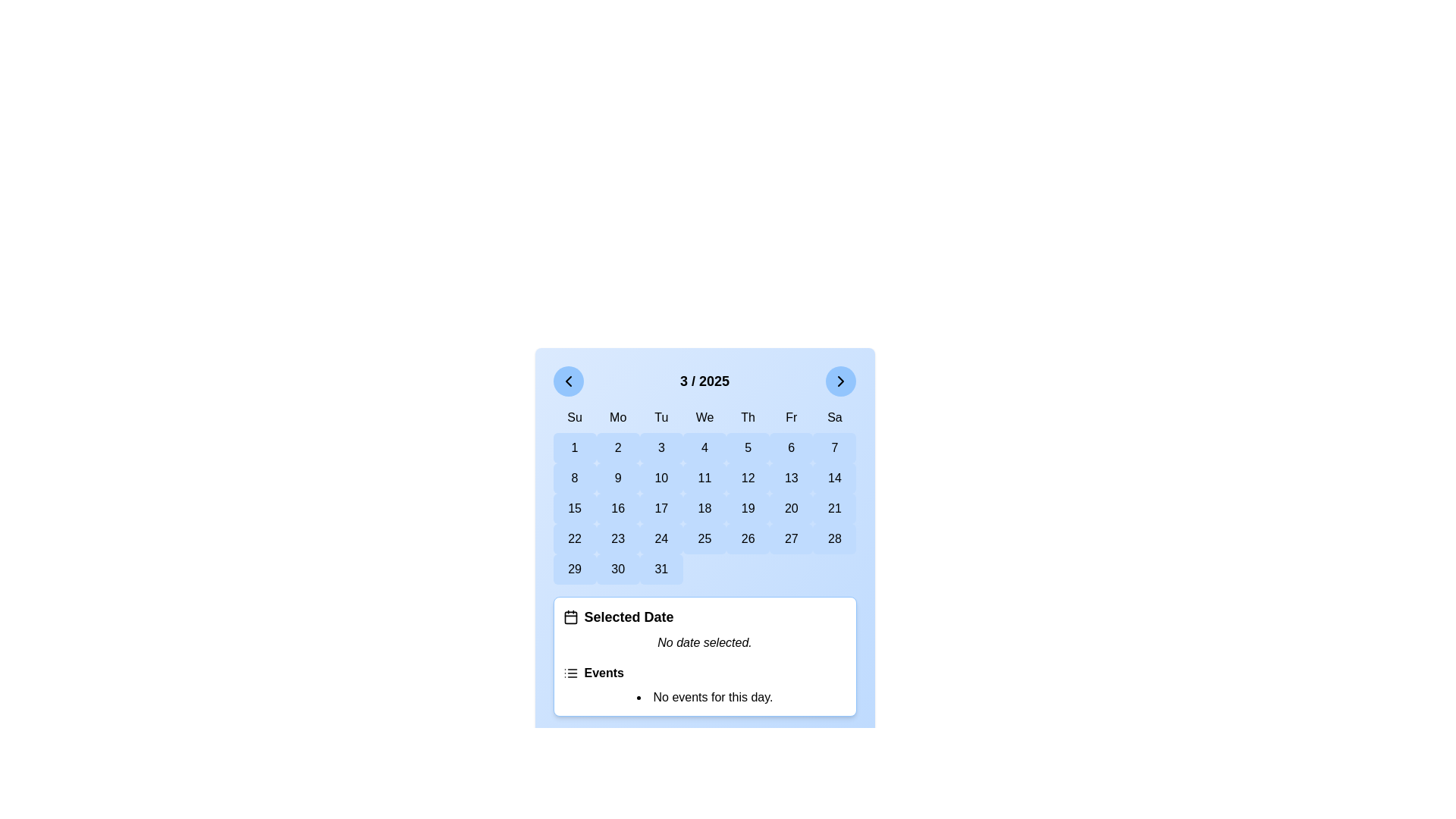 This screenshot has height=819, width=1456. I want to click on the 'Selected Date' label which is styled in bold and large dark text, positioned beneath the calendar representation and above the descriptive text indicating the selected date status, so click(629, 617).